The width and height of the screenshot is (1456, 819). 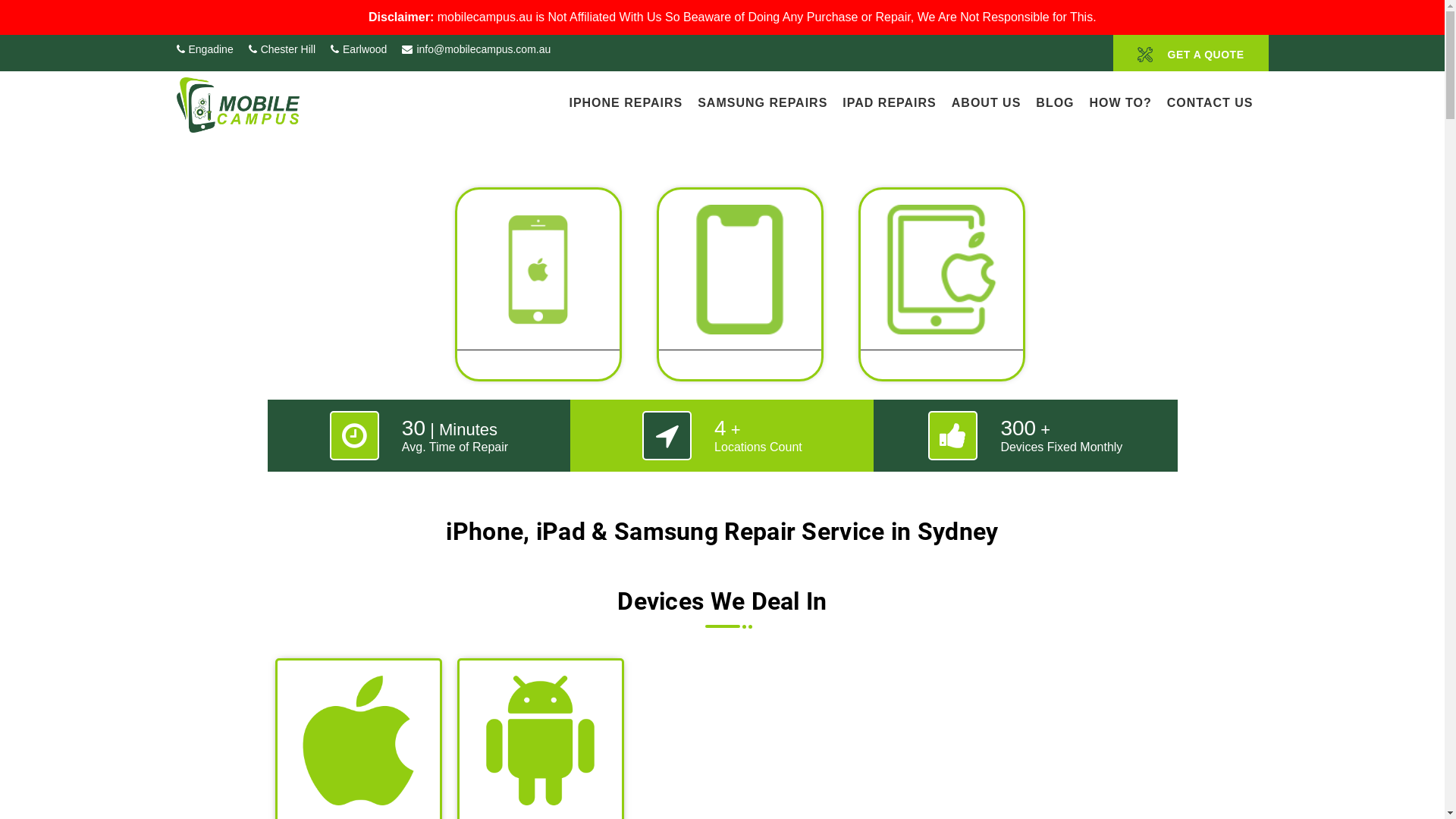 I want to click on 'IPAD REPAIRS', so click(x=889, y=101).